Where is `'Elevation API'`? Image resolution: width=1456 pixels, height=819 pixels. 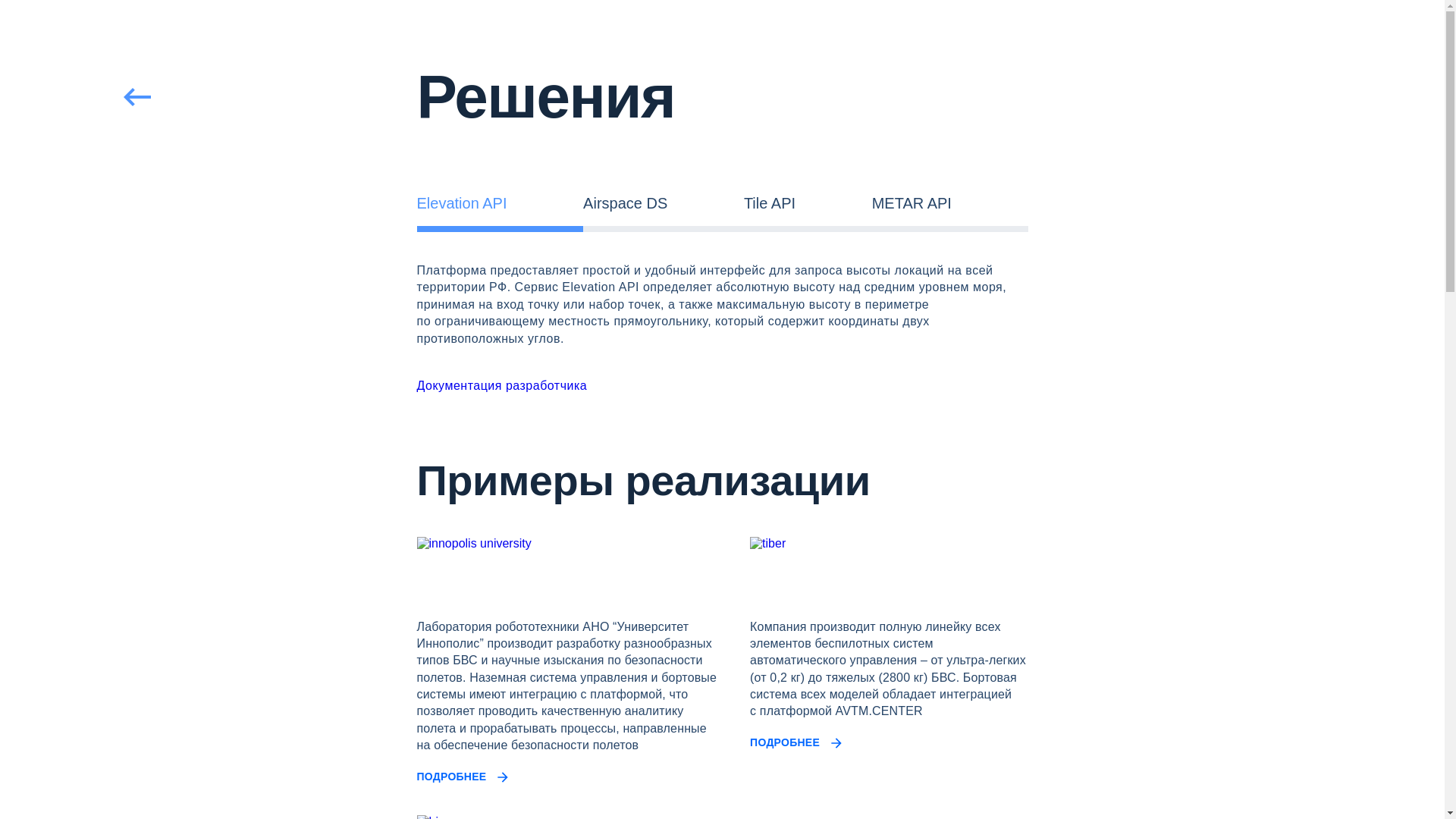
'Elevation API' is located at coordinates (500, 202).